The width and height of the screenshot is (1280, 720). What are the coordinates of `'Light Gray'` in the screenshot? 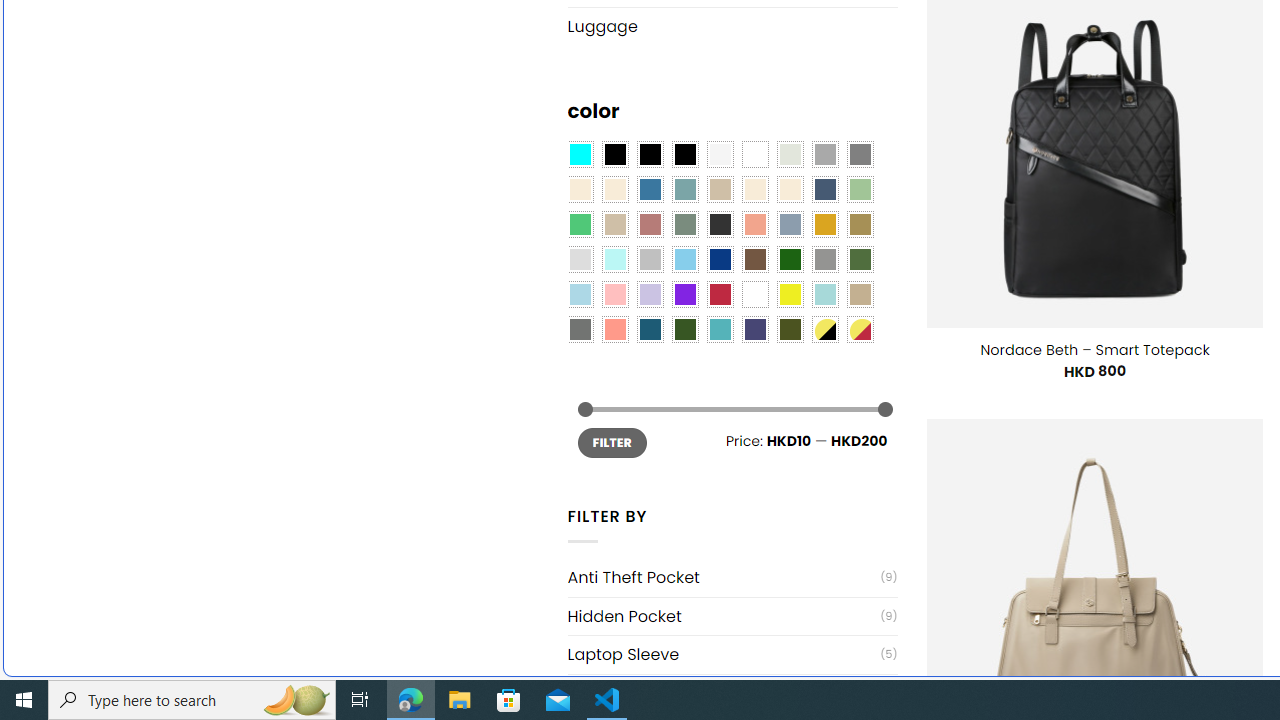 It's located at (578, 258).